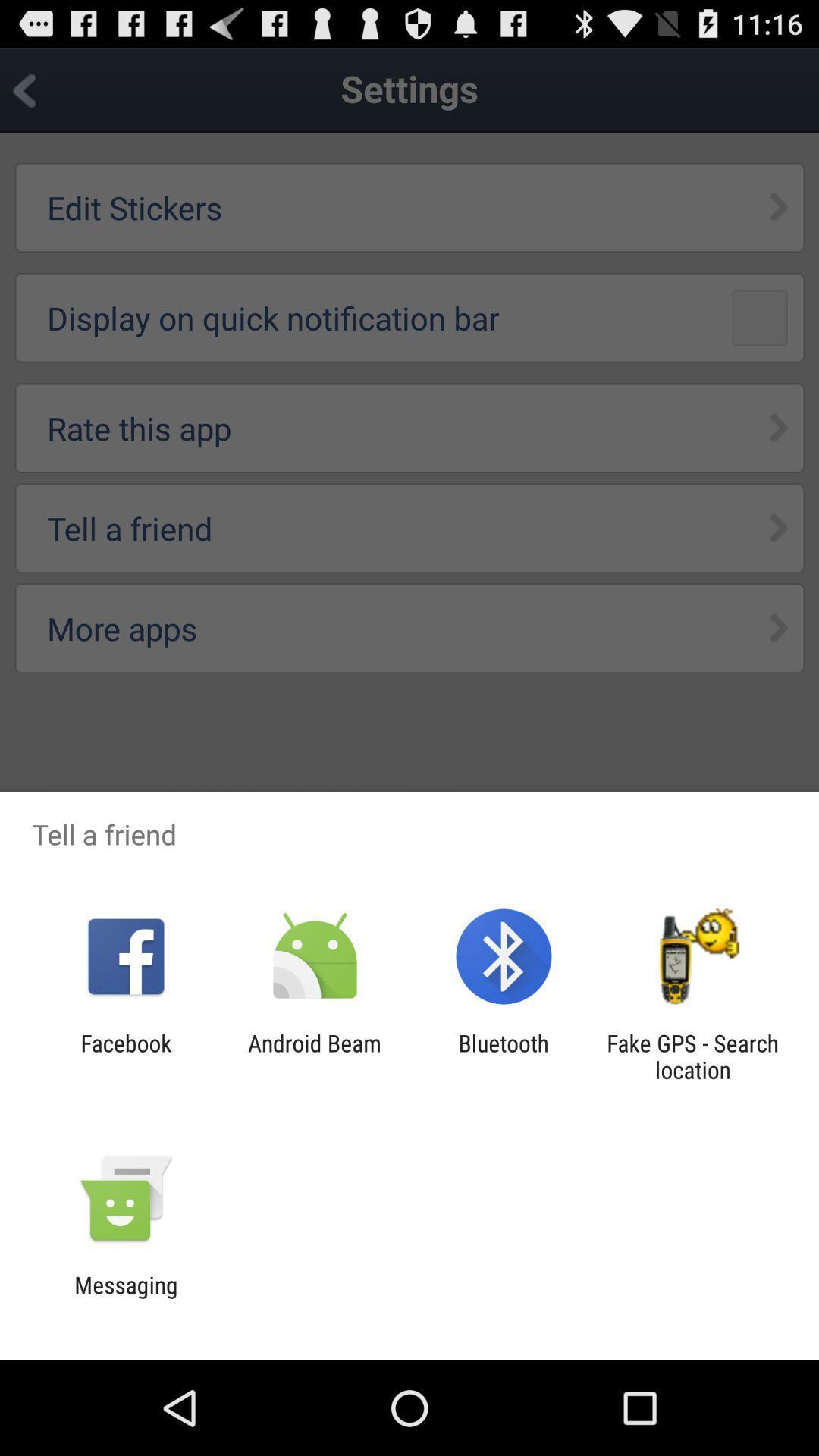 The height and width of the screenshot is (1456, 819). I want to click on the item to the right of the bluetooth app, so click(692, 1056).